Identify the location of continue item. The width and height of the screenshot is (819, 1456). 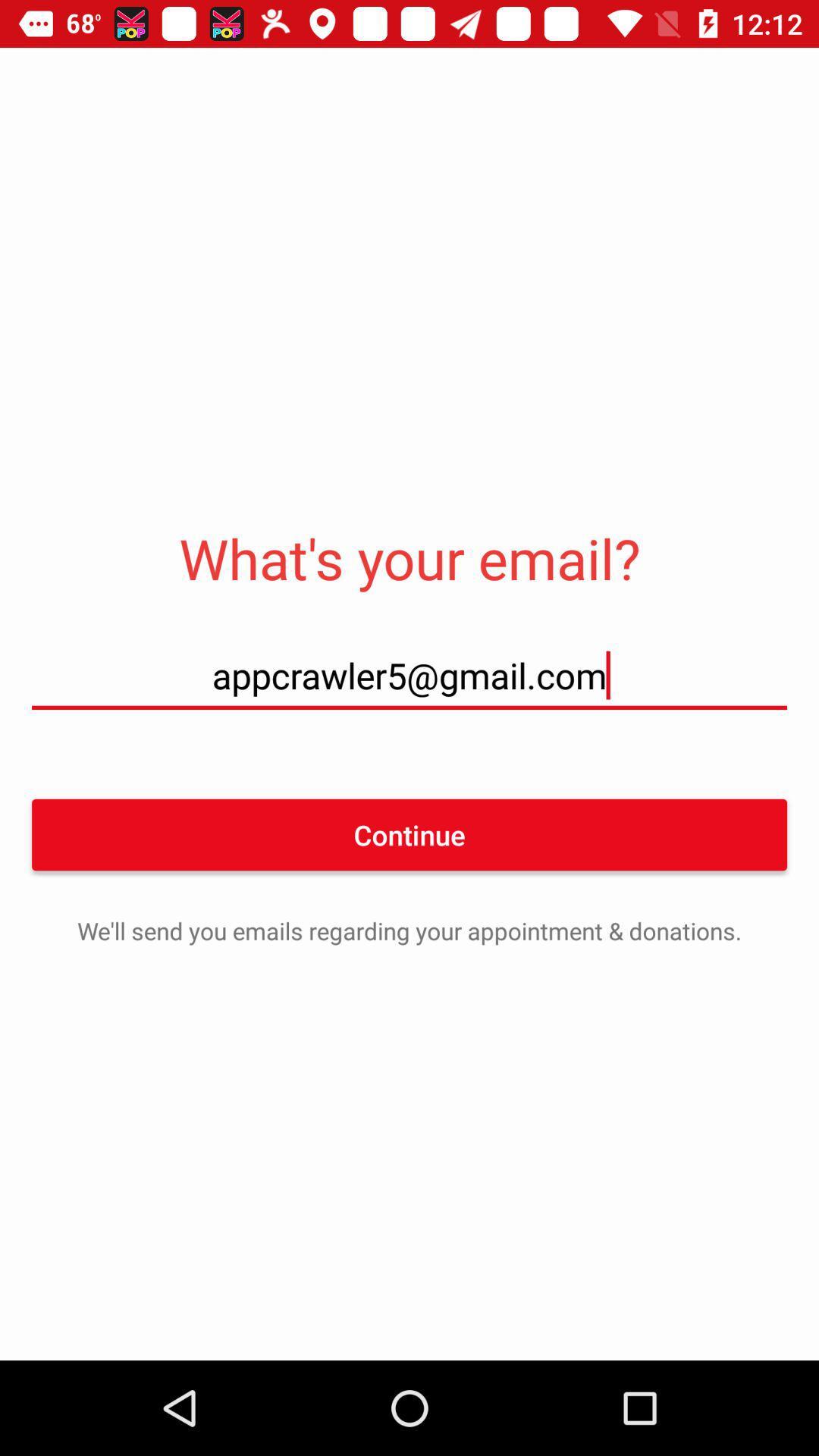
(409, 833).